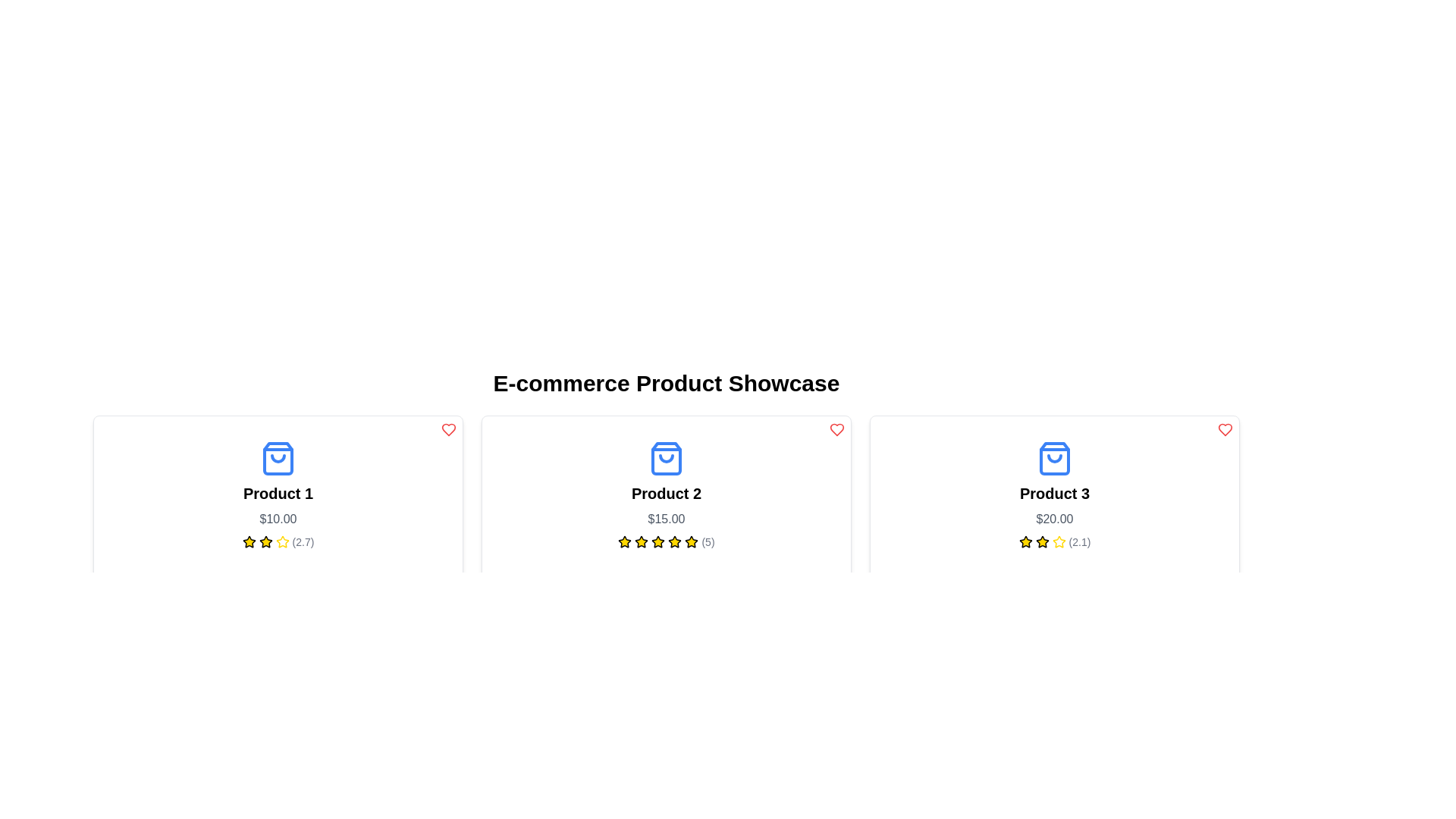  I want to click on the third star in the 5-star rating system for Product 2, located directly beneath the title 'Product 2' and price '$15.00', so click(674, 541).